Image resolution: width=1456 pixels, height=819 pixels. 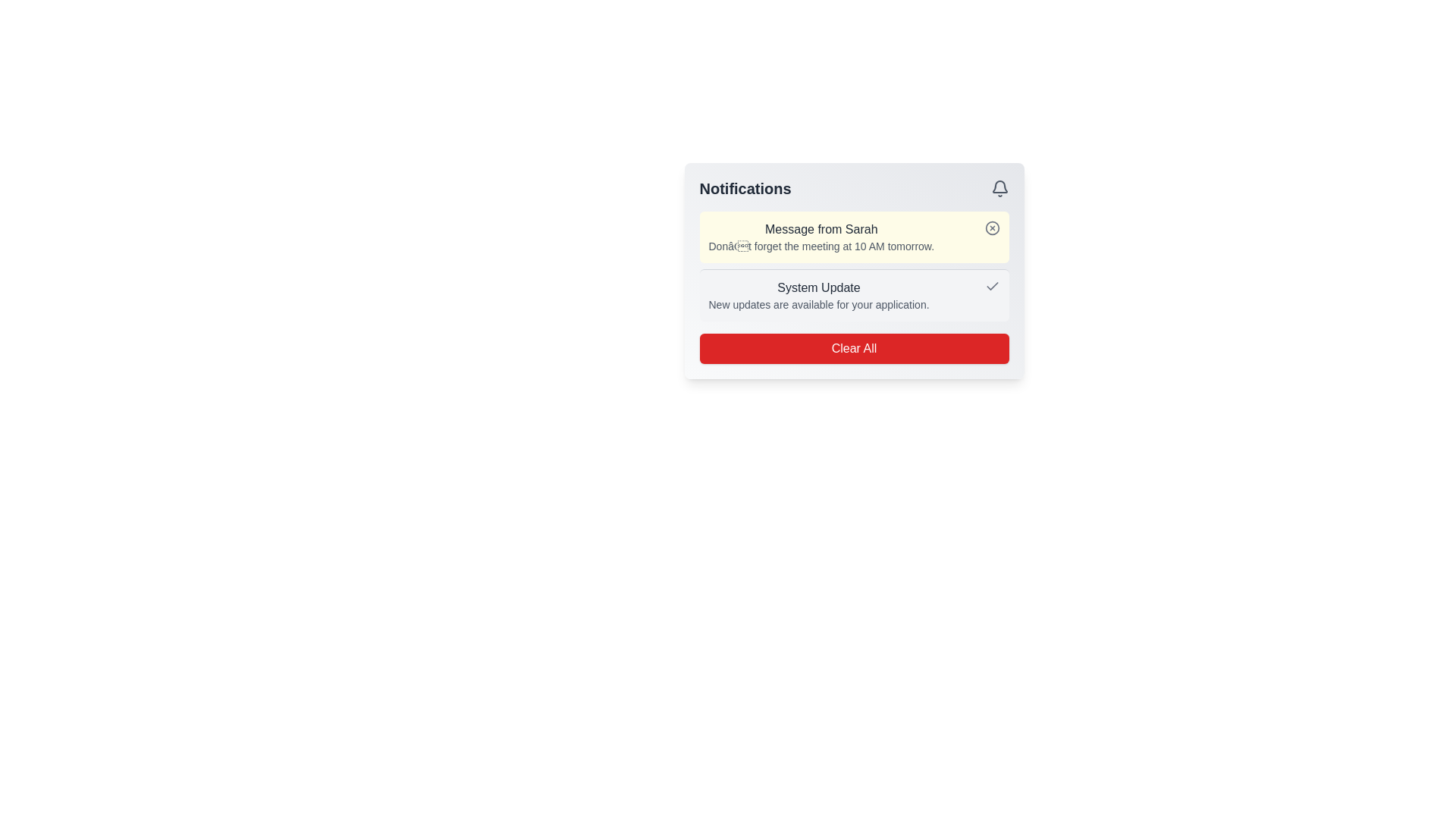 I want to click on the Text Label that informs the user of new updates available for their application, located beneath the 'System Update' label in the notification box, so click(x=818, y=304).